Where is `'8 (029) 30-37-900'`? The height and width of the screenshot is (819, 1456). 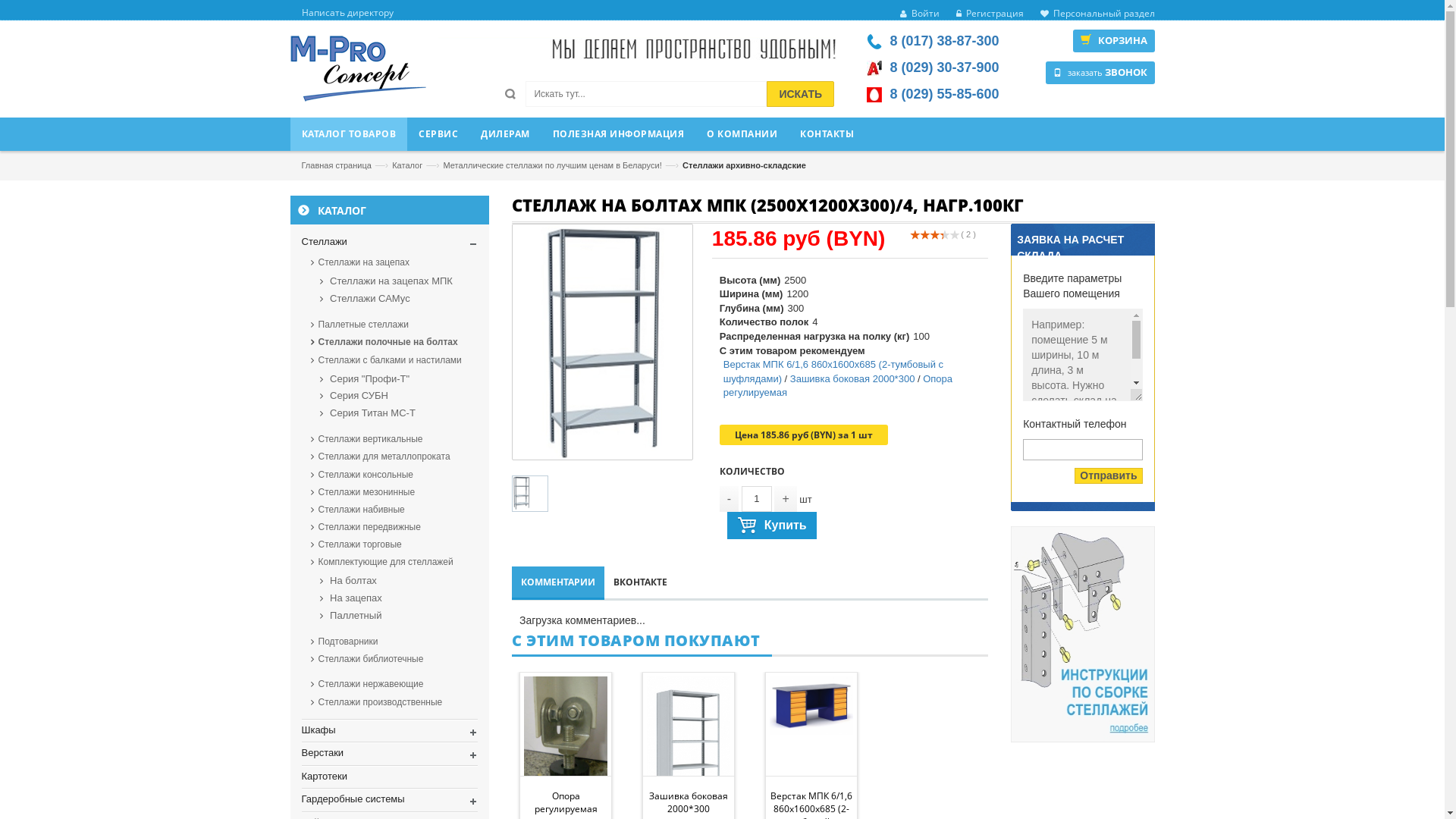 '8 (029) 30-37-900' is located at coordinates (943, 66).